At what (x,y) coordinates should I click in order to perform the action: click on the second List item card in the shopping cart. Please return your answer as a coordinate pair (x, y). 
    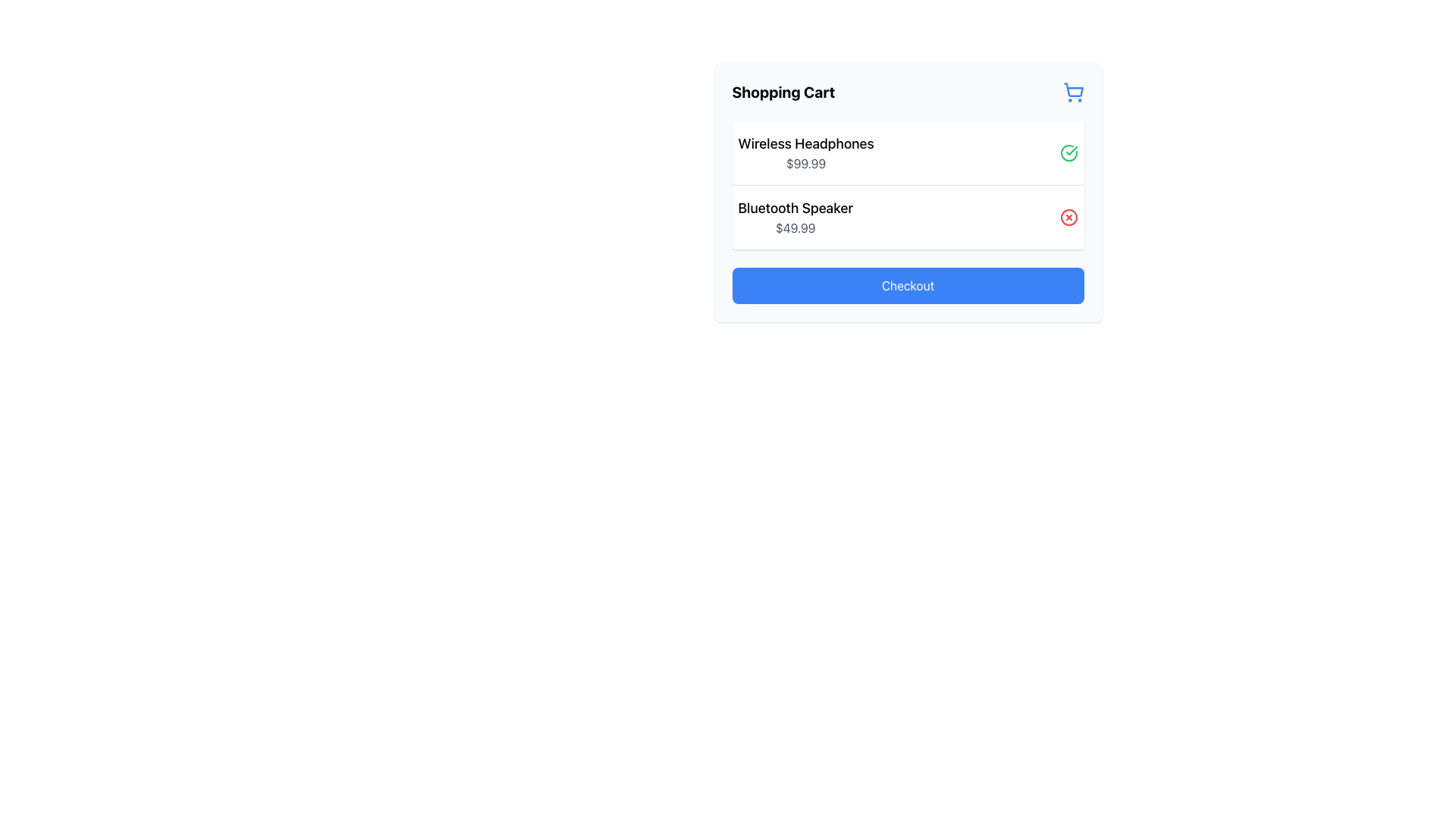
    Looking at the image, I should click on (908, 217).